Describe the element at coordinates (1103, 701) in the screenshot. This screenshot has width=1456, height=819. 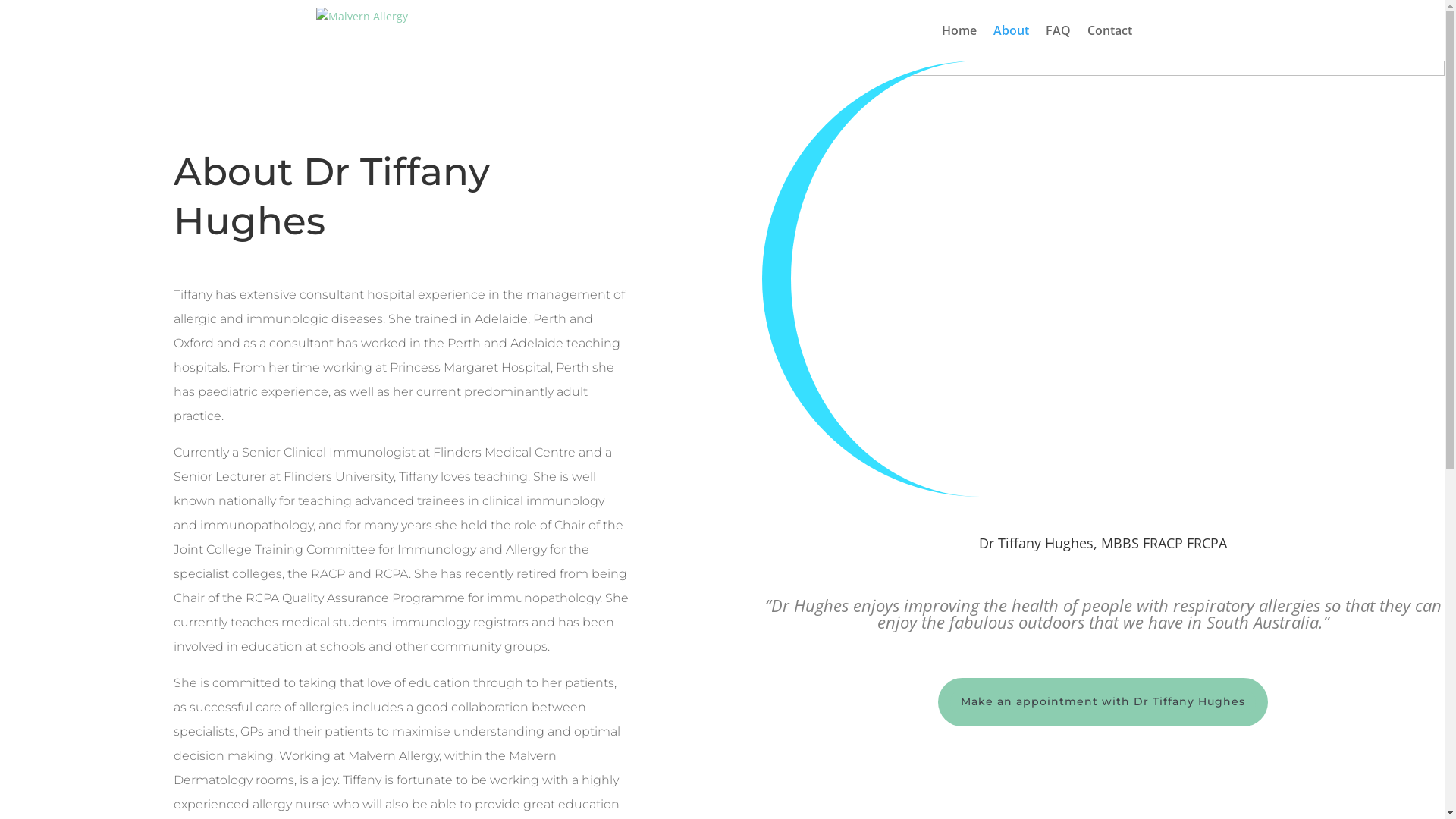
I see `'Make an appointment with Dr Tiffany Hughes'` at that location.